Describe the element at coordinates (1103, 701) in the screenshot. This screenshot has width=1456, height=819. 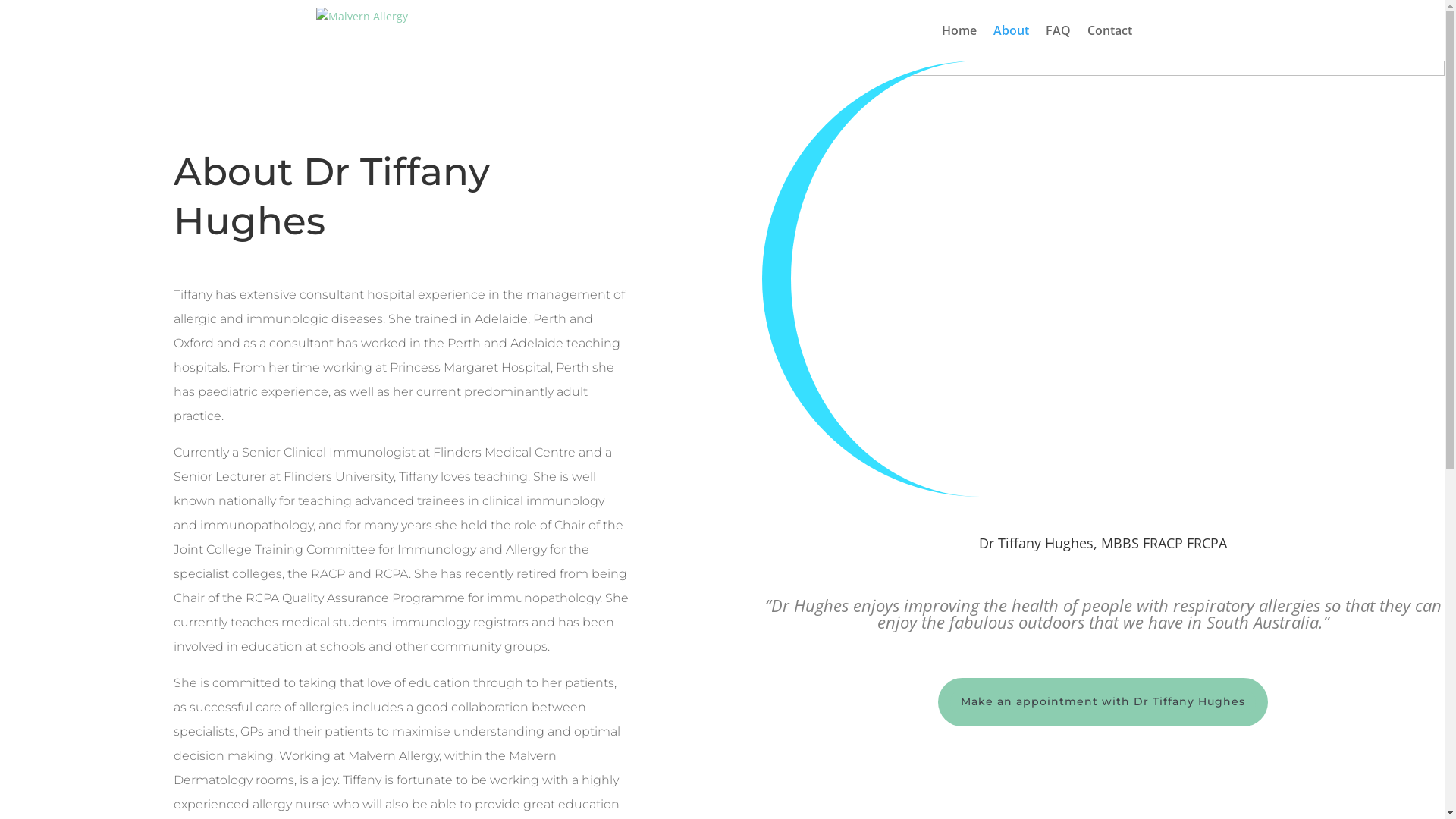
I see `'Make an appointment with Dr Tiffany Hughes'` at that location.